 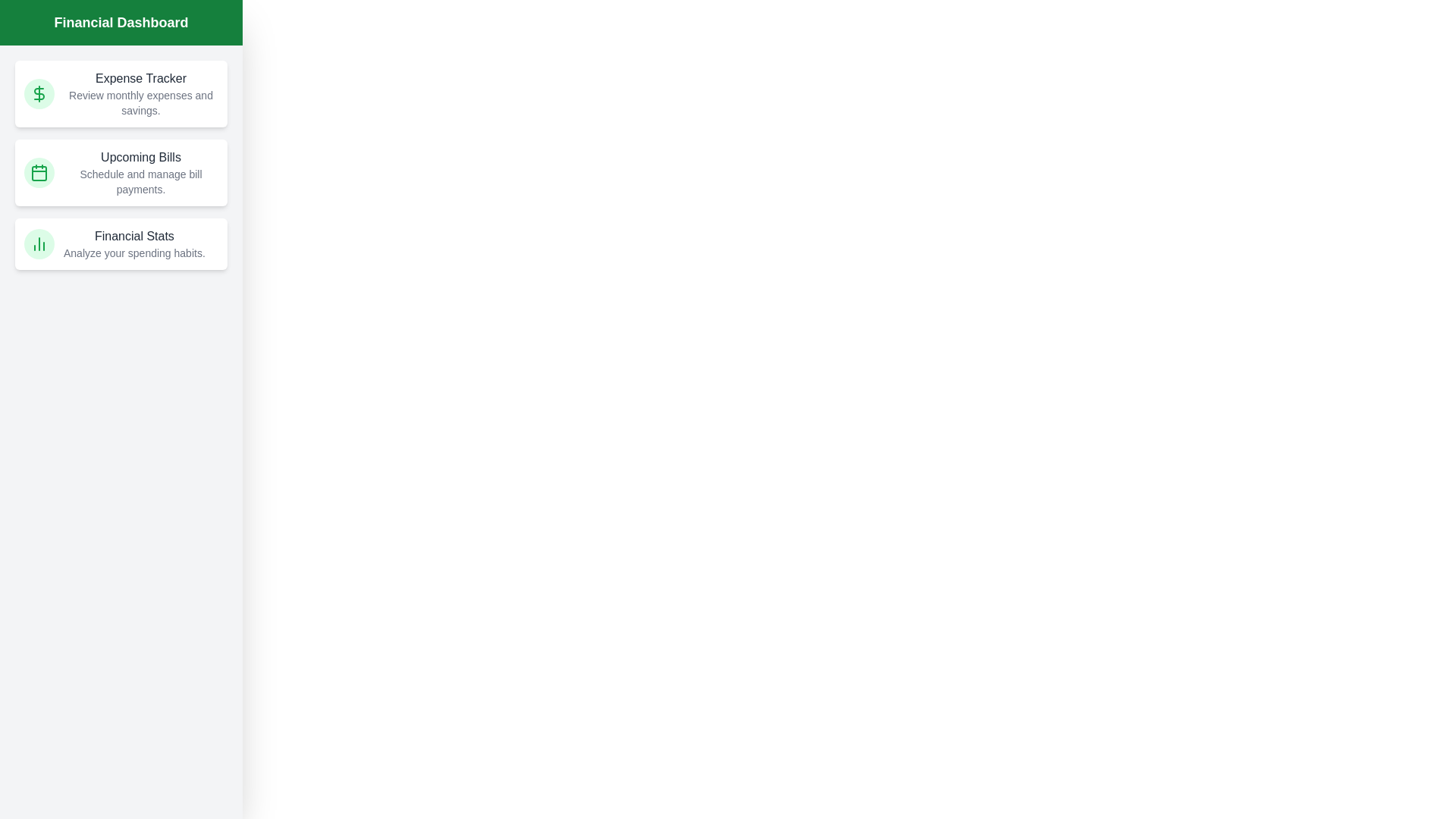 What do you see at coordinates (120, 171) in the screenshot?
I see `the item labeled Upcoming Bills` at bounding box center [120, 171].